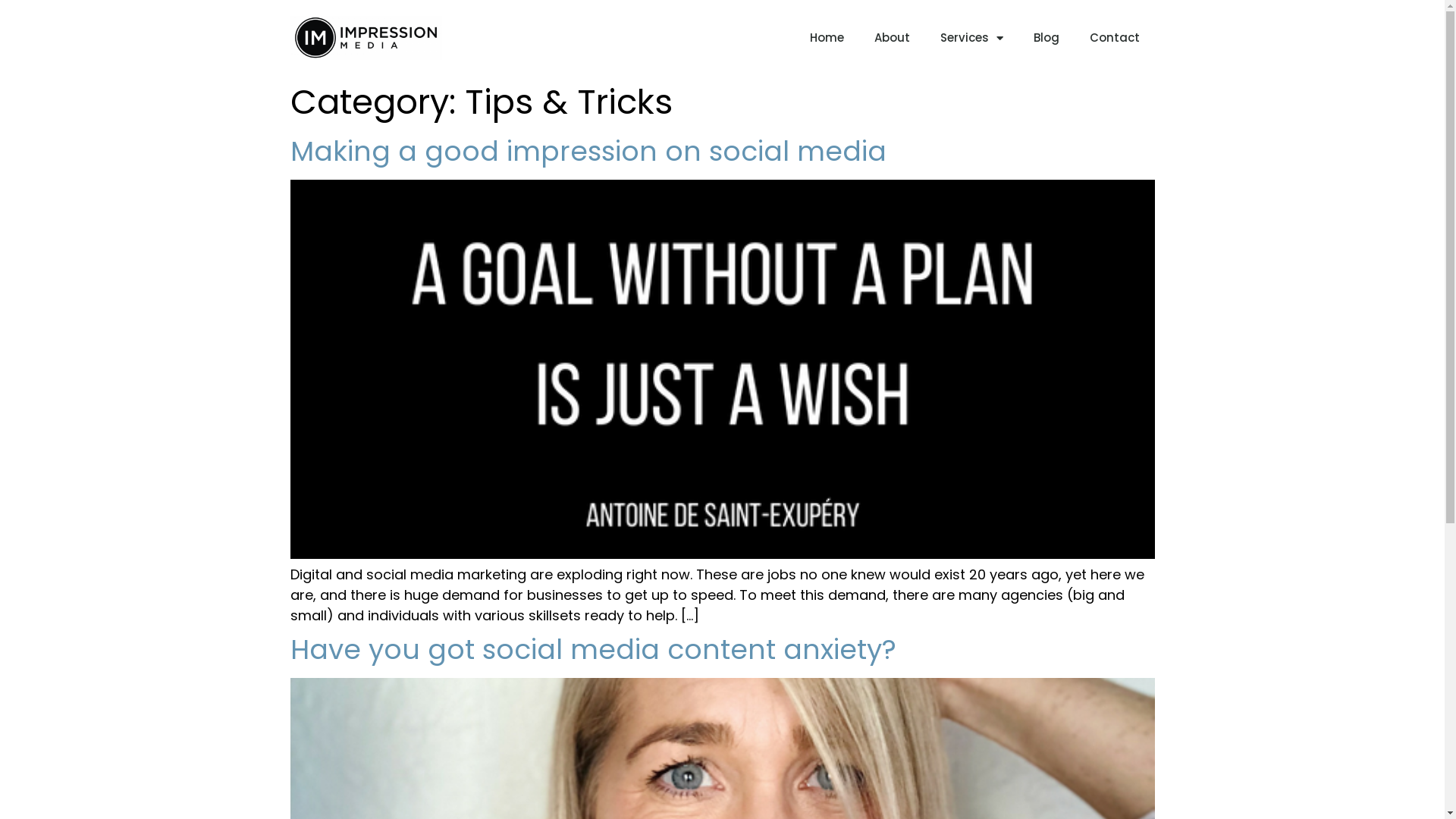 The image size is (1456, 819). I want to click on 'Contact', so click(1113, 37).